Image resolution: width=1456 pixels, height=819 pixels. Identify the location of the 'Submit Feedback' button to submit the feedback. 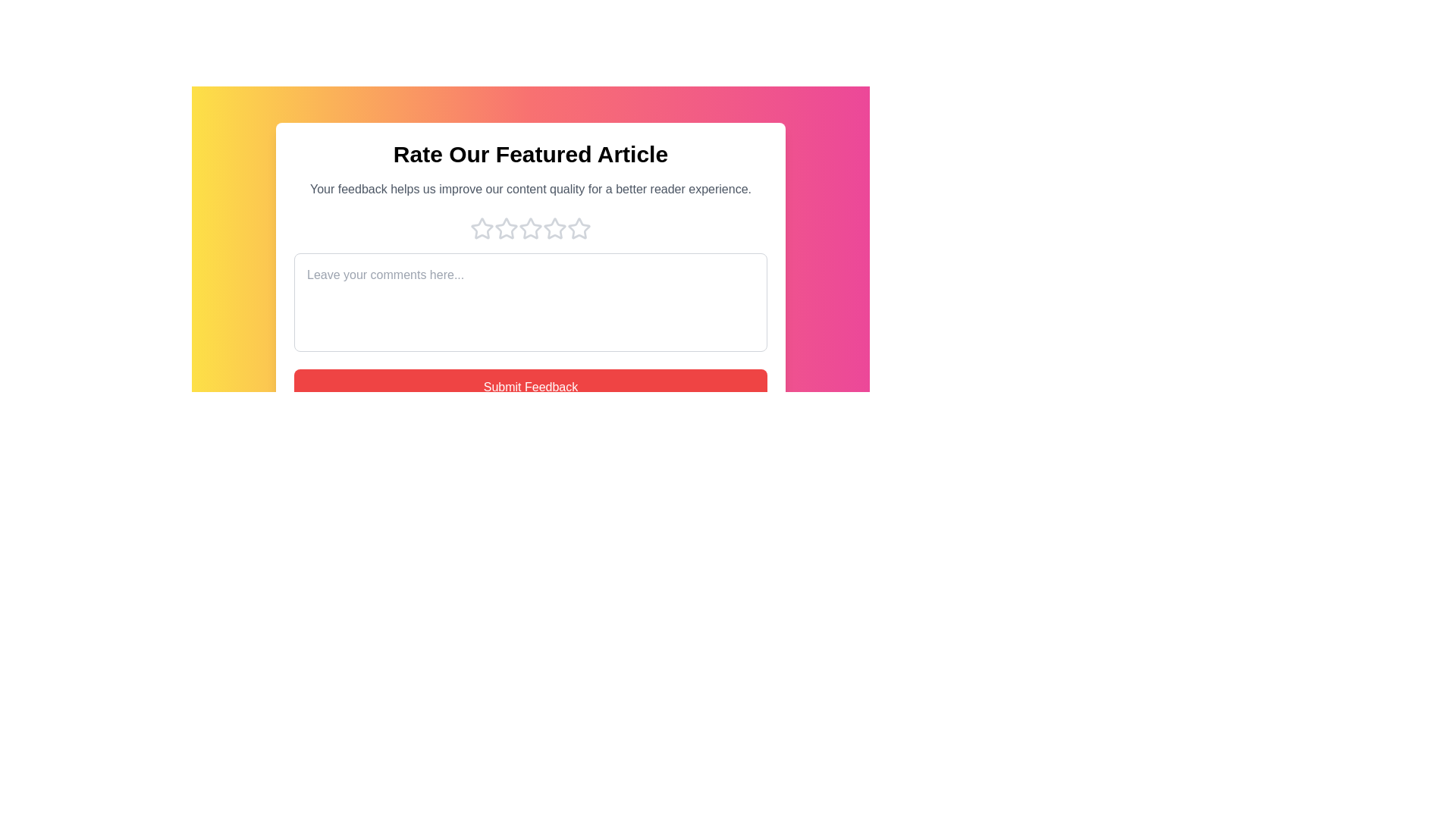
(531, 386).